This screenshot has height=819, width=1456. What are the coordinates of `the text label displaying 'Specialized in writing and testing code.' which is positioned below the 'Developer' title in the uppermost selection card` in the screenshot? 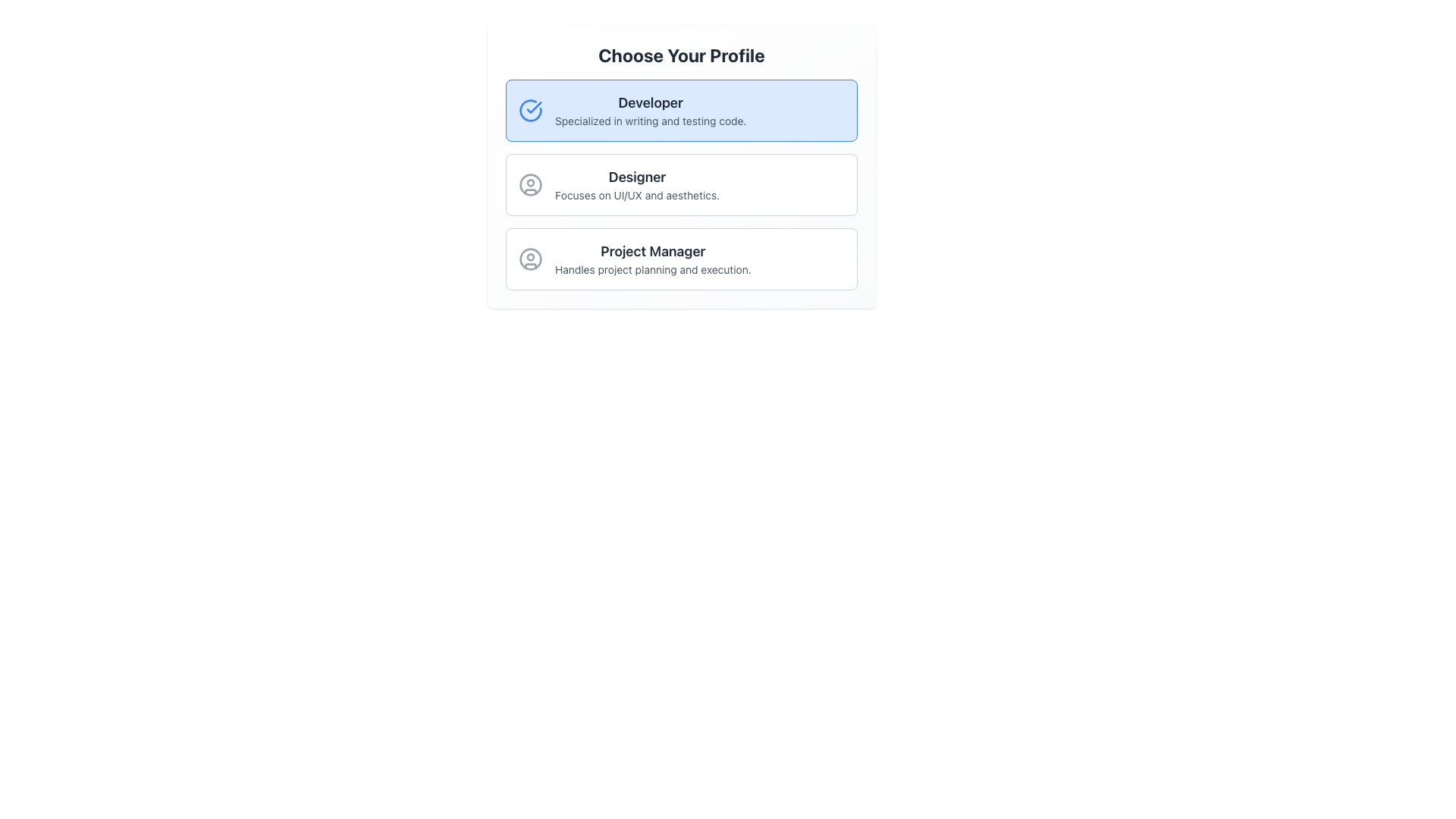 It's located at (651, 120).